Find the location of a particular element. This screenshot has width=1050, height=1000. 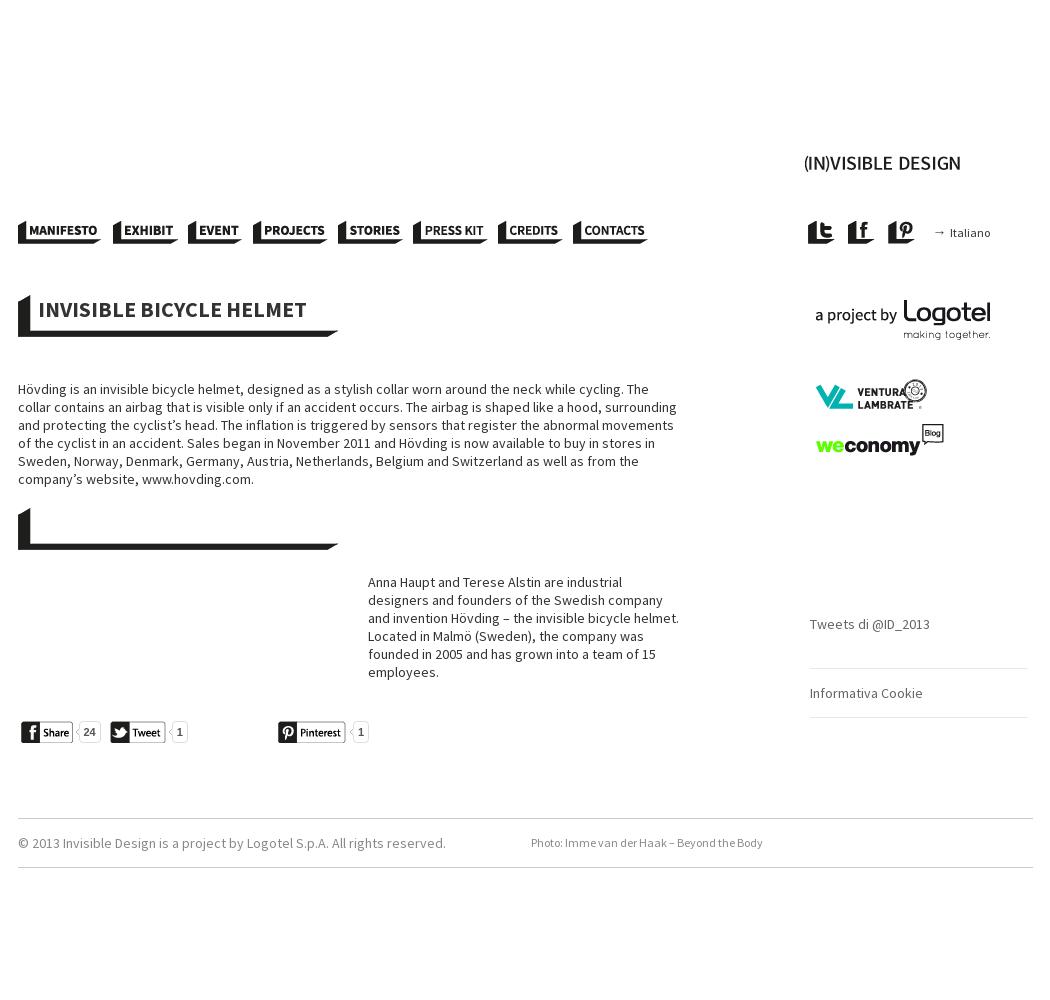

'S.p.A. All rights reserved.' is located at coordinates (367, 842).